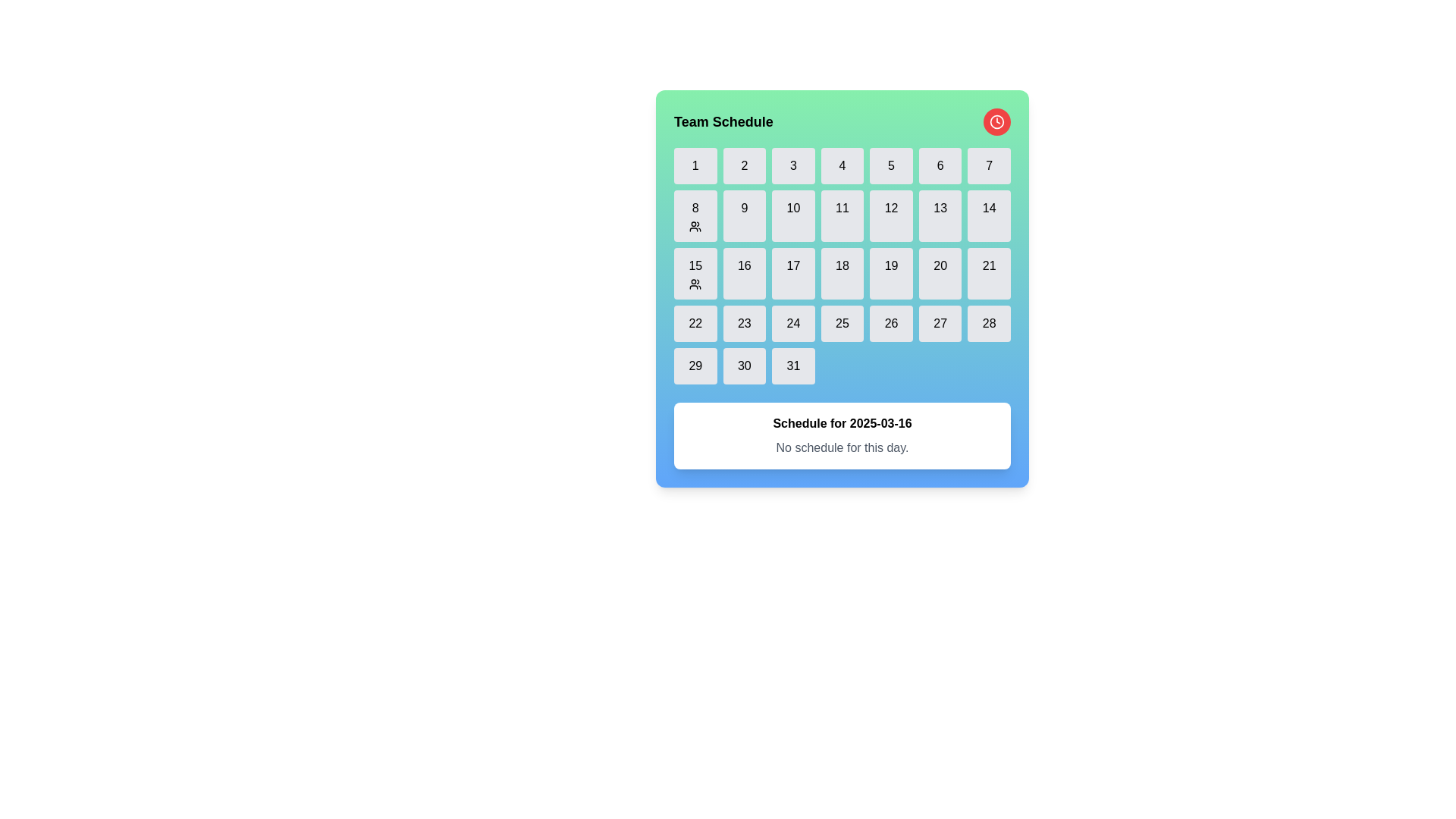 This screenshot has height=819, width=1456. I want to click on the icon located at the bottom center of the calendar cell marked with the date '15' in the schedule grid, which indicates assigned users or group-related details, so click(695, 284).